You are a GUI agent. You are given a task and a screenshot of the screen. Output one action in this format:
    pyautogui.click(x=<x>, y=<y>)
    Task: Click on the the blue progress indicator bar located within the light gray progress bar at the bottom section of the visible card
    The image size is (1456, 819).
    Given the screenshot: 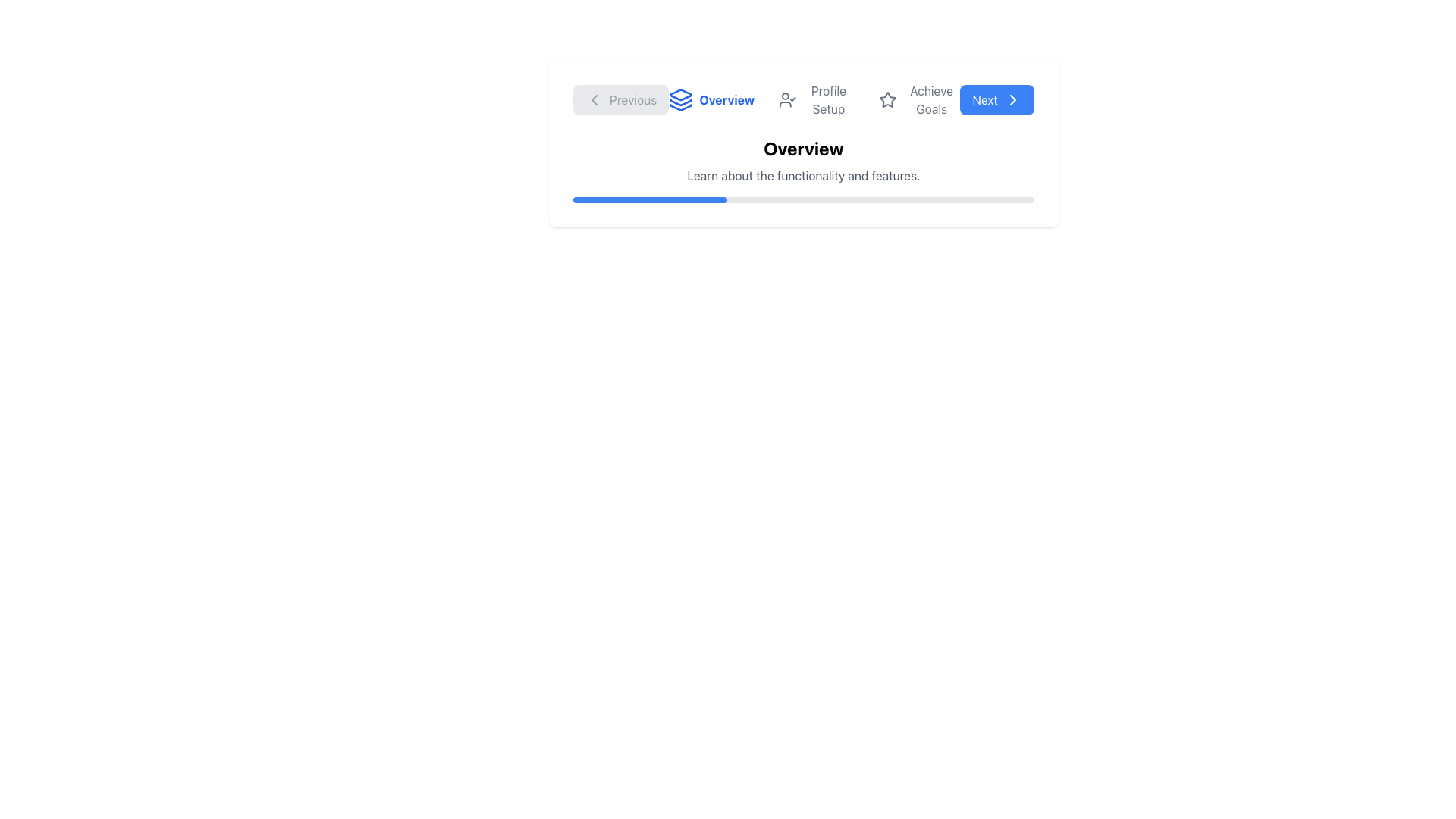 What is the action you would take?
    pyautogui.click(x=650, y=199)
    